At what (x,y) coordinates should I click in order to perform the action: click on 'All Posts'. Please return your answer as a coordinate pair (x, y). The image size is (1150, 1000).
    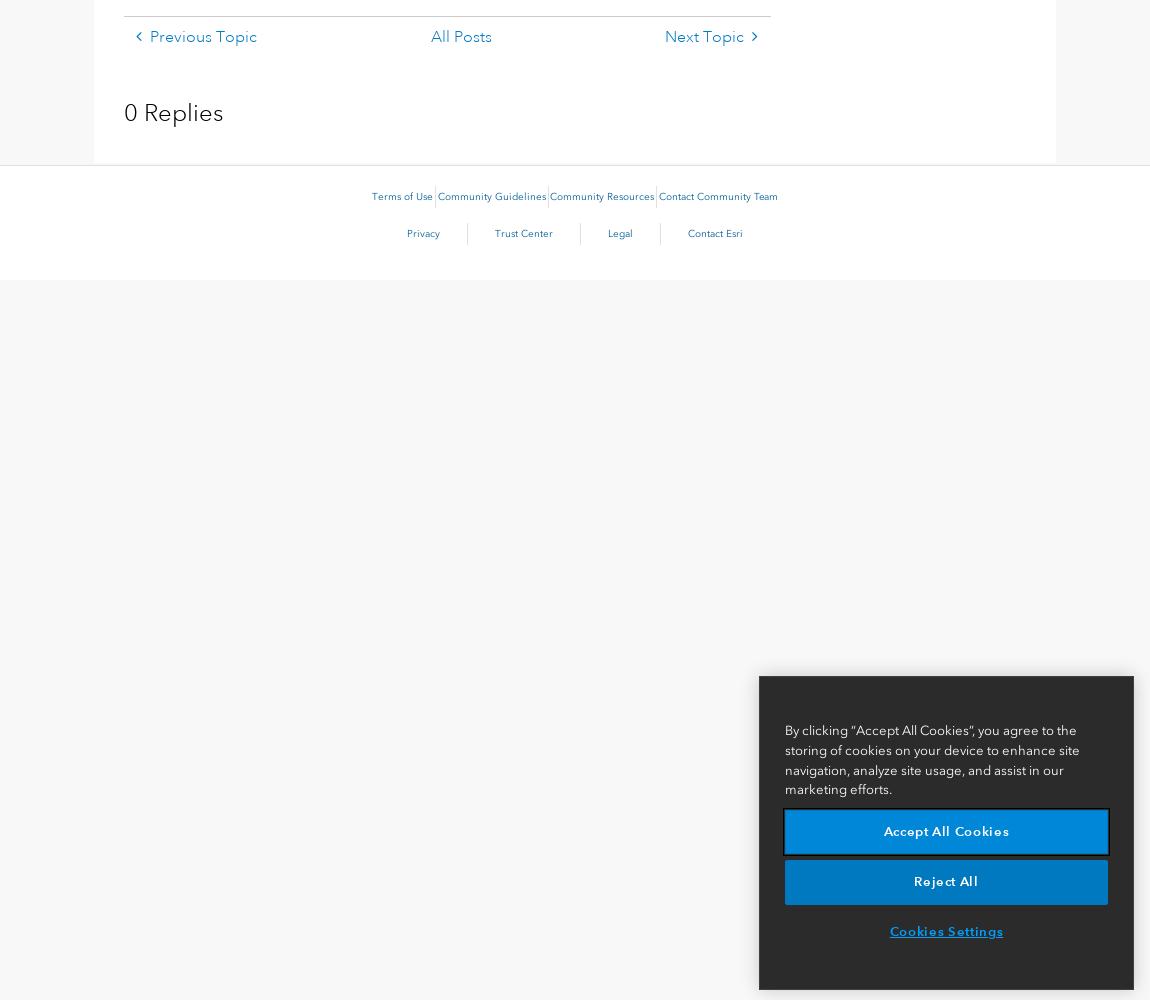
    Looking at the image, I should click on (460, 36).